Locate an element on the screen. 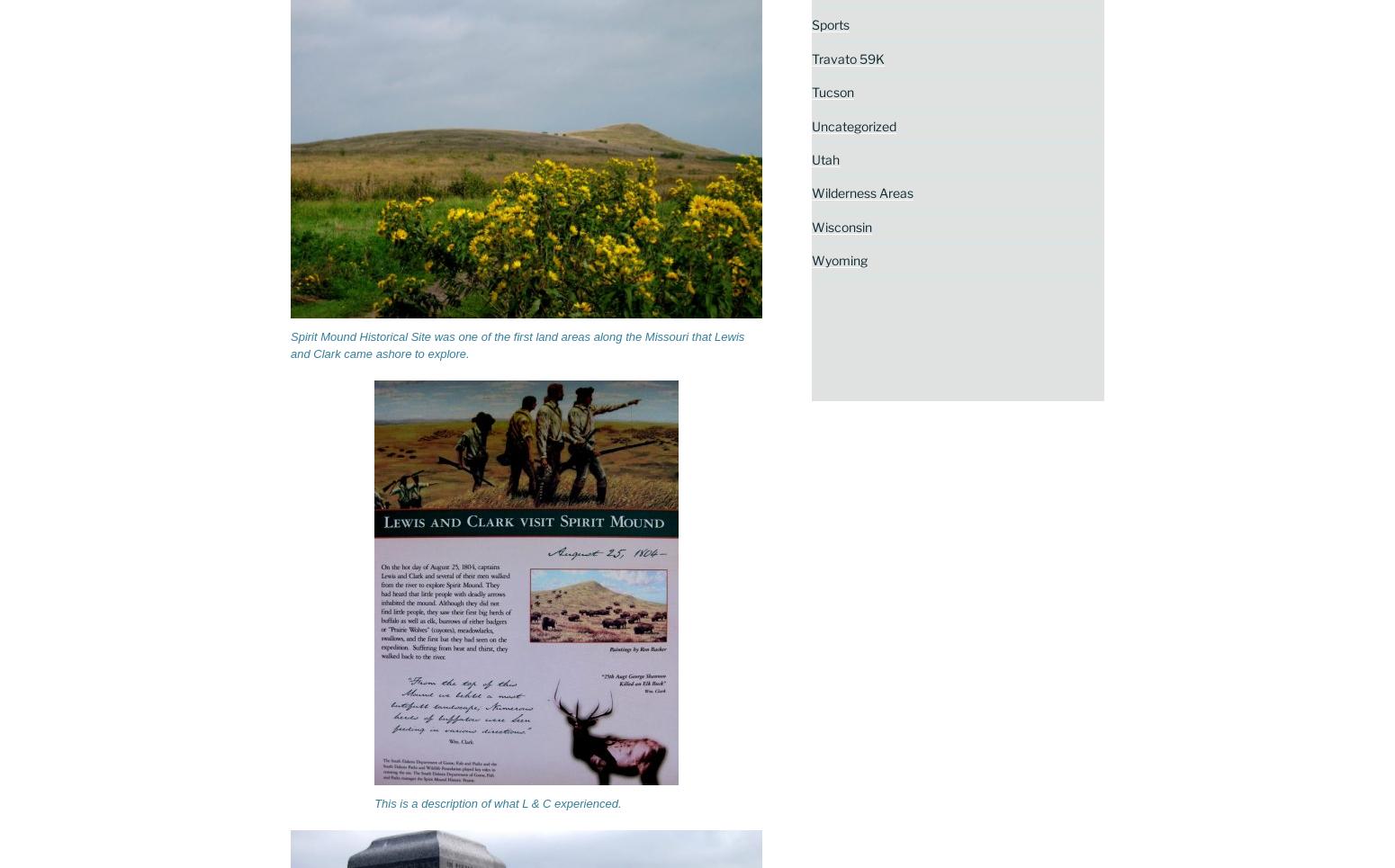 The height and width of the screenshot is (868, 1395). 'This is a description of what L & C experienced.' is located at coordinates (498, 801).